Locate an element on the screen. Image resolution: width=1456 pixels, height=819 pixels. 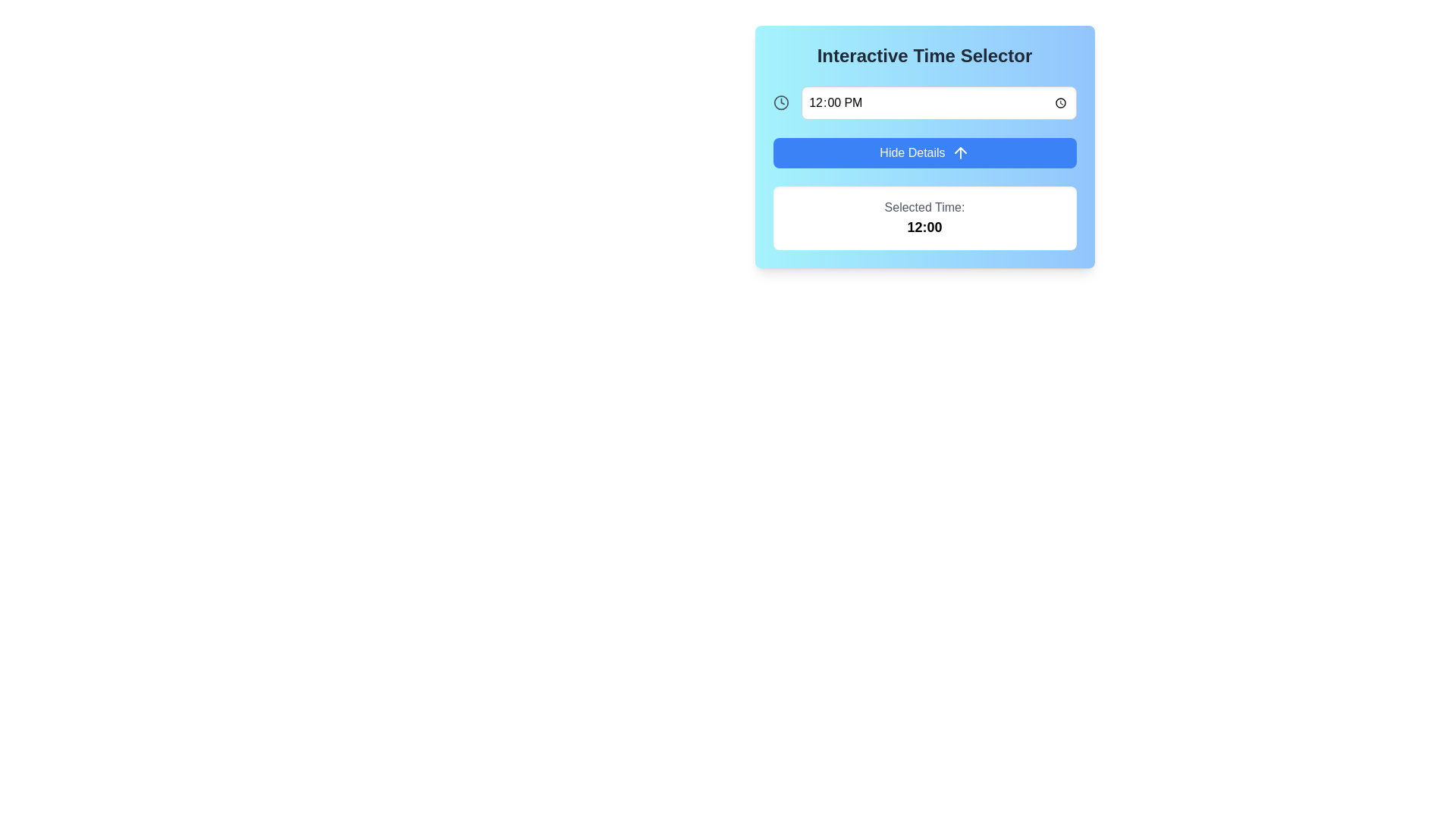
the 'Hide Details' button, which has a gradient blue background and is positioned centrally below the time input field is located at coordinates (924, 146).